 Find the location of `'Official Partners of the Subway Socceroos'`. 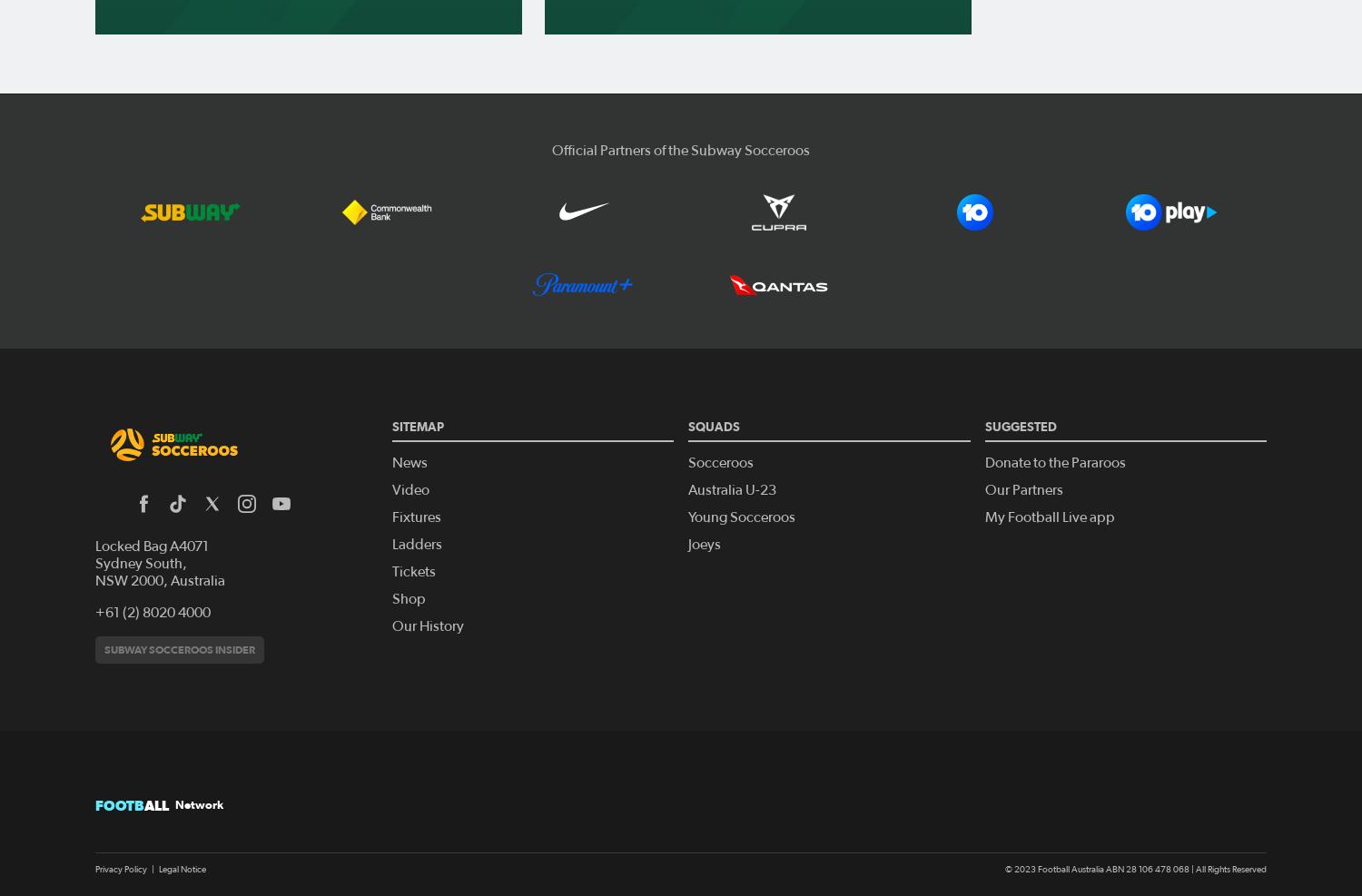

'Official Partners of the Subway Socceroos' is located at coordinates (681, 149).